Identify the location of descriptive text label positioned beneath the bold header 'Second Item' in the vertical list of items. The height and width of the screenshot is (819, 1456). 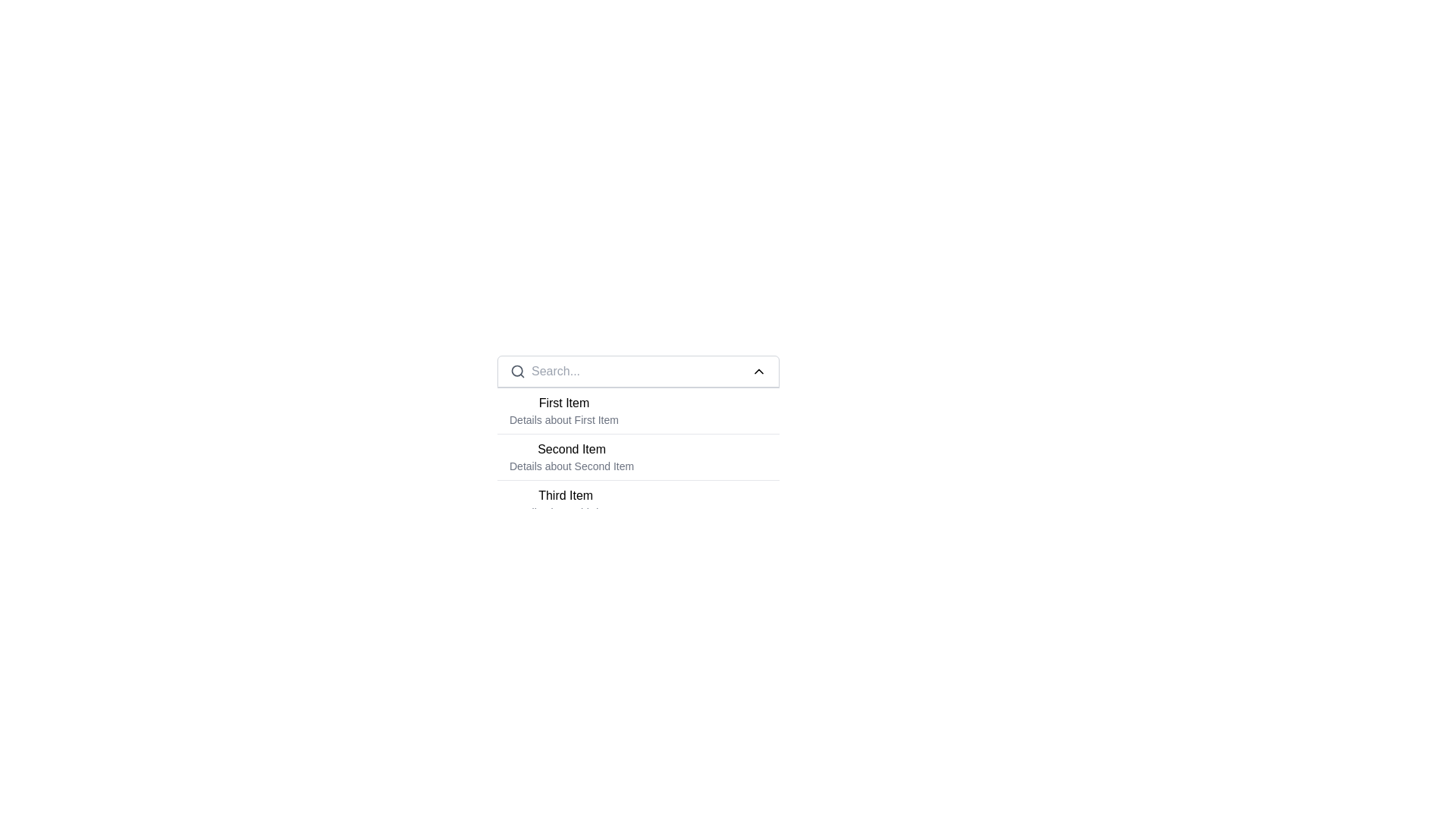
(571, 465).